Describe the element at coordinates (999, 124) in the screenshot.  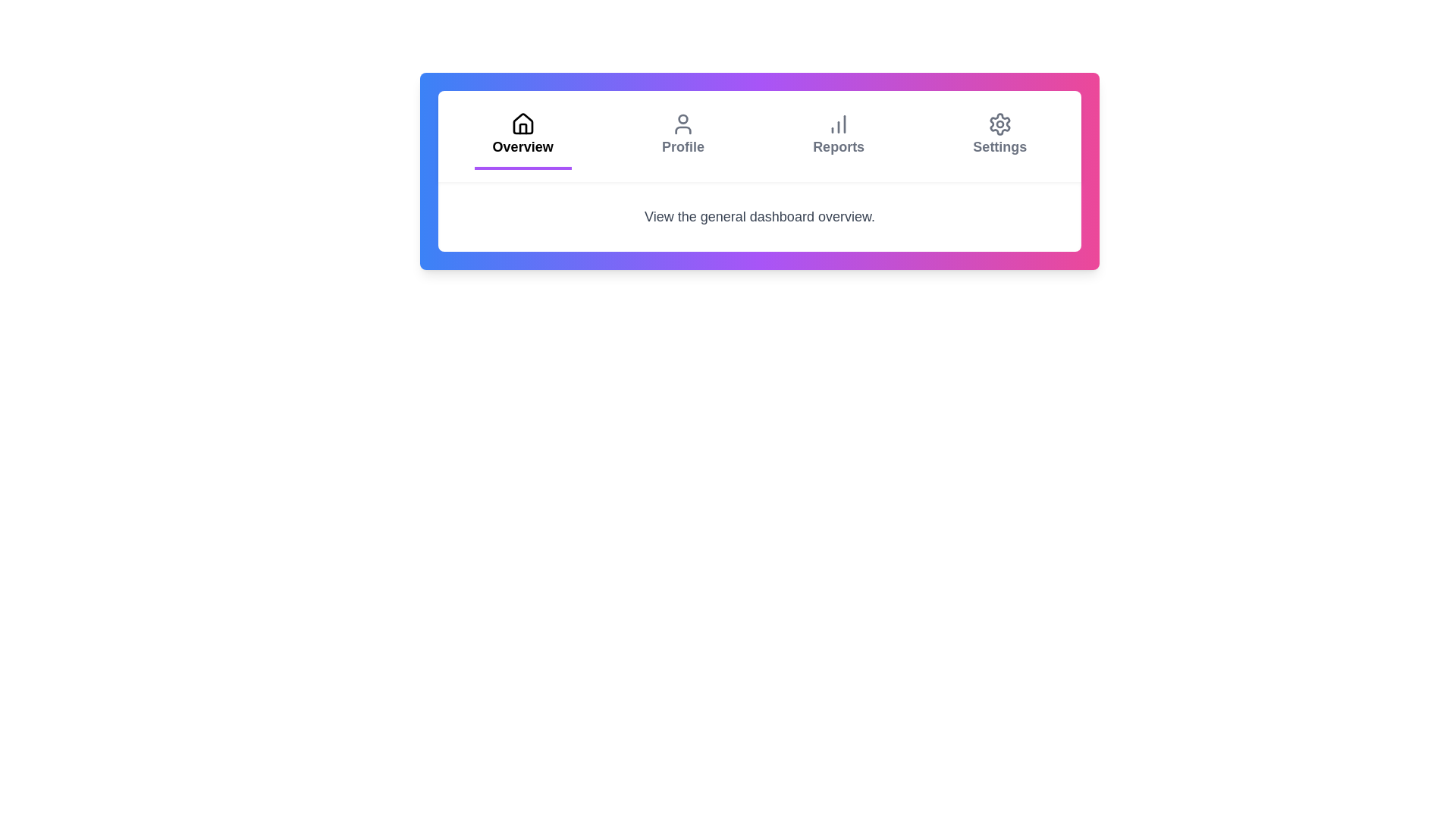
I see `the cogwheel-shaped icon representing settings in the top-right section of the navigation bar` at that location.